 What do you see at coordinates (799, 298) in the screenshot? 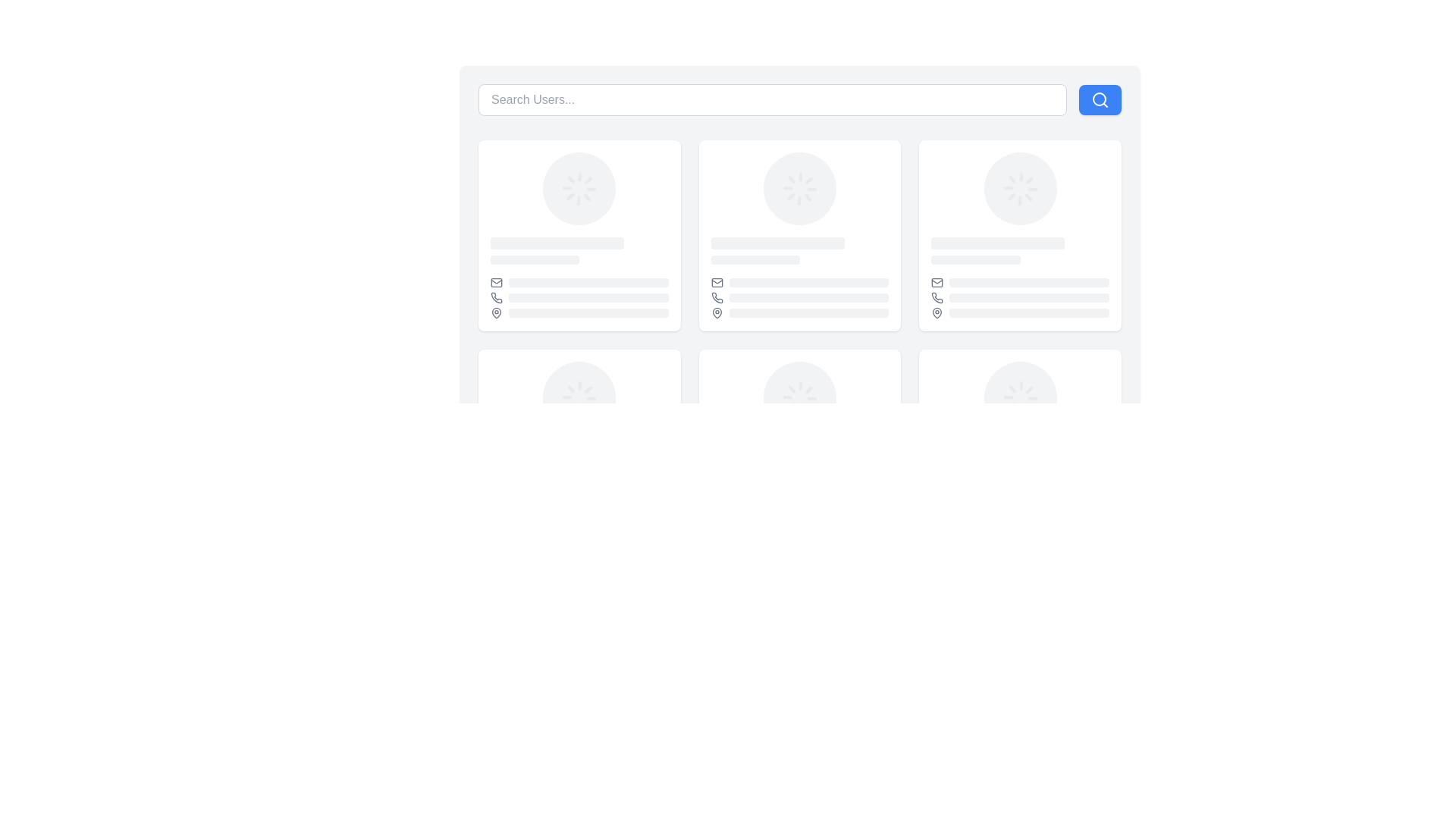
I see `the styling of the placeholder element, which features a phone icon to the left of a gray rectangle with rounded corners, located in the second row of a grid layout` at bounding box center [799, 298].